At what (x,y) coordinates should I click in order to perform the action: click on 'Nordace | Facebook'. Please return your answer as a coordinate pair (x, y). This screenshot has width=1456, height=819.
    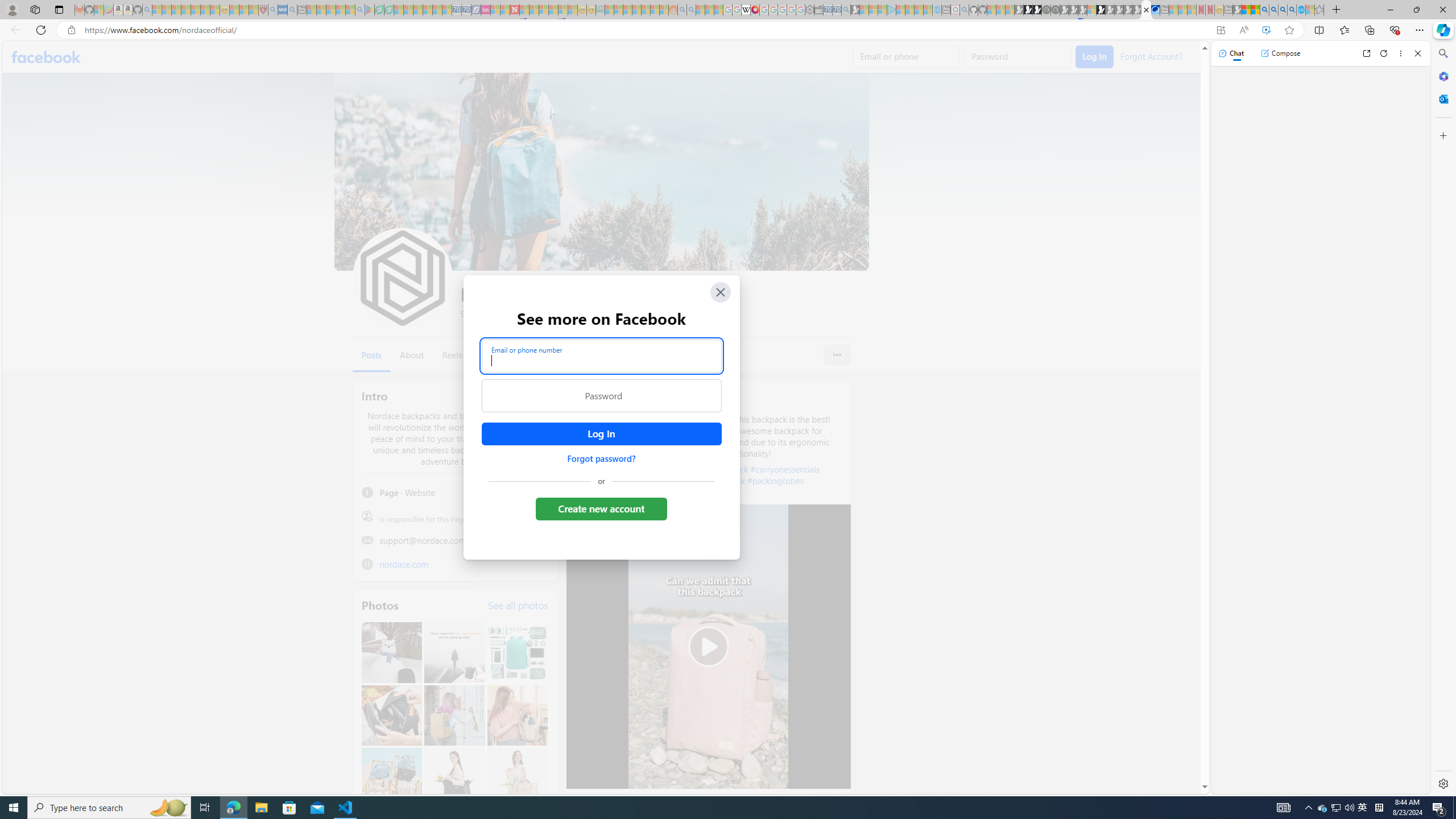
    Looking at the image, I should click on (1146, 9).